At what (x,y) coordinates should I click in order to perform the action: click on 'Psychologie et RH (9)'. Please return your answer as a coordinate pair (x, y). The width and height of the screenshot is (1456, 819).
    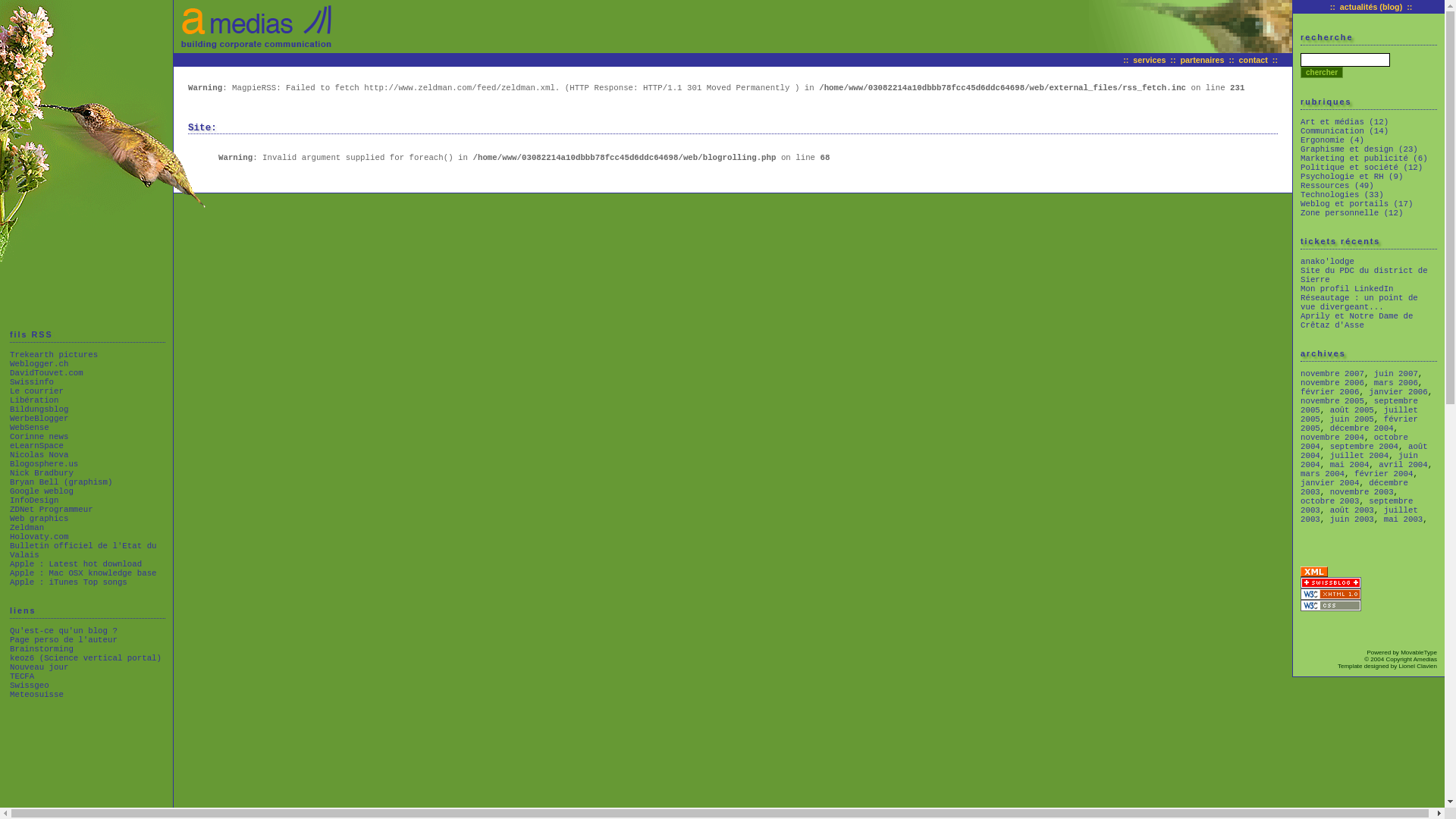
    Looking at the image, I should click on (1351, 175).